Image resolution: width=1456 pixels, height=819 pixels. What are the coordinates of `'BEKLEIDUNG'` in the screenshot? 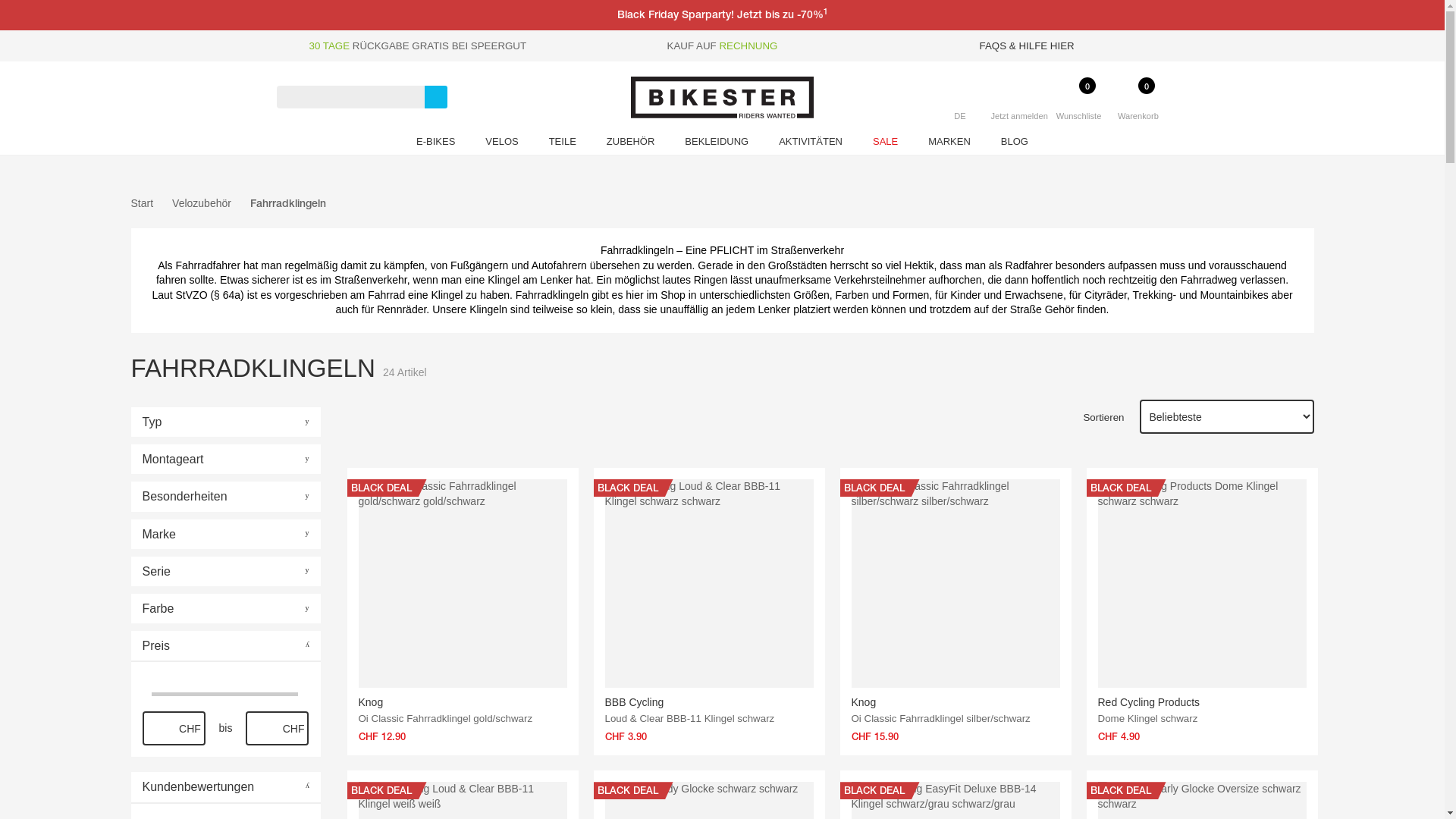 It's located at (716, 143).